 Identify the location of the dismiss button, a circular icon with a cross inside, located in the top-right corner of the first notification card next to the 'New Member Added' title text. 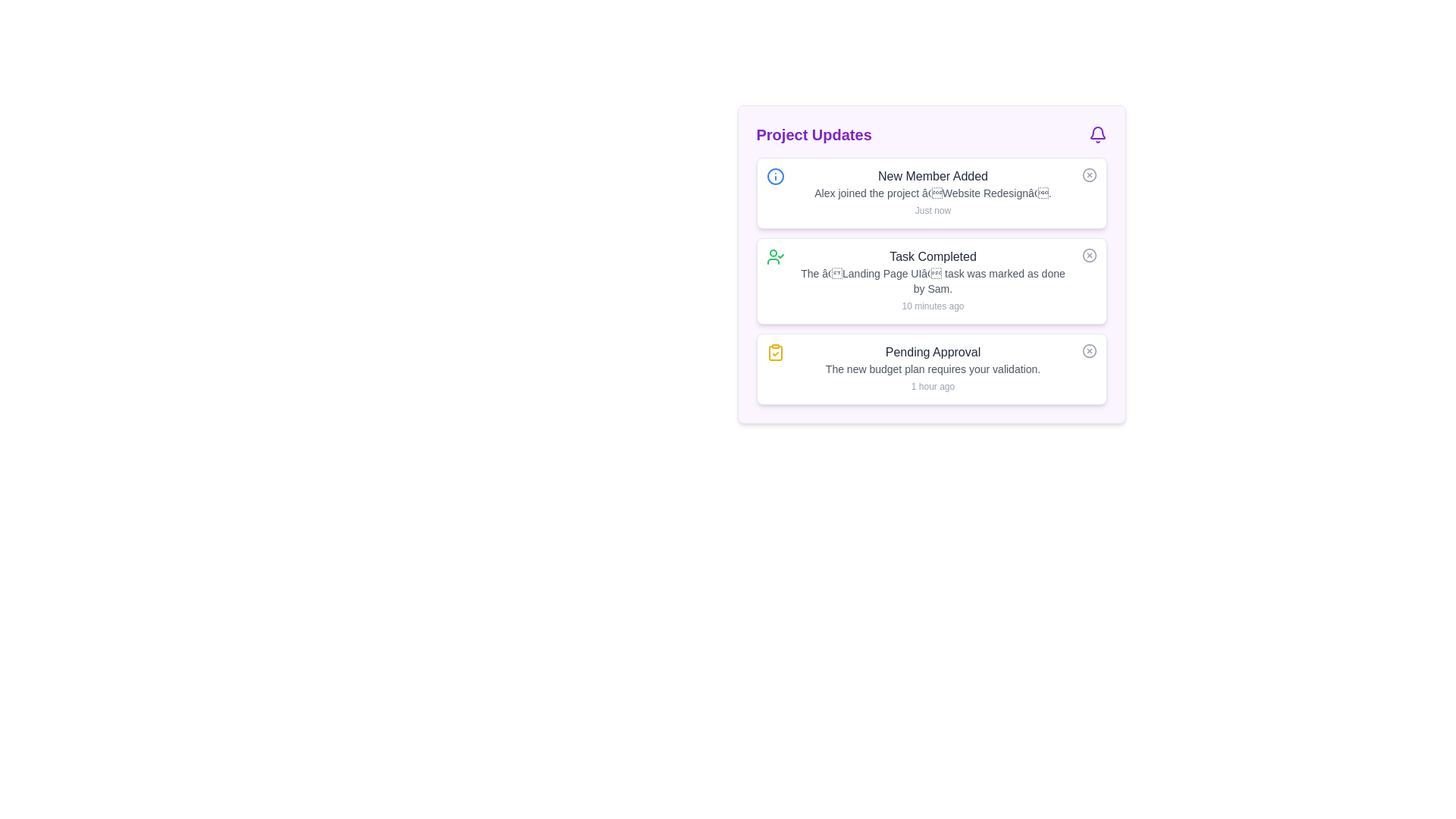
(1088, 174).